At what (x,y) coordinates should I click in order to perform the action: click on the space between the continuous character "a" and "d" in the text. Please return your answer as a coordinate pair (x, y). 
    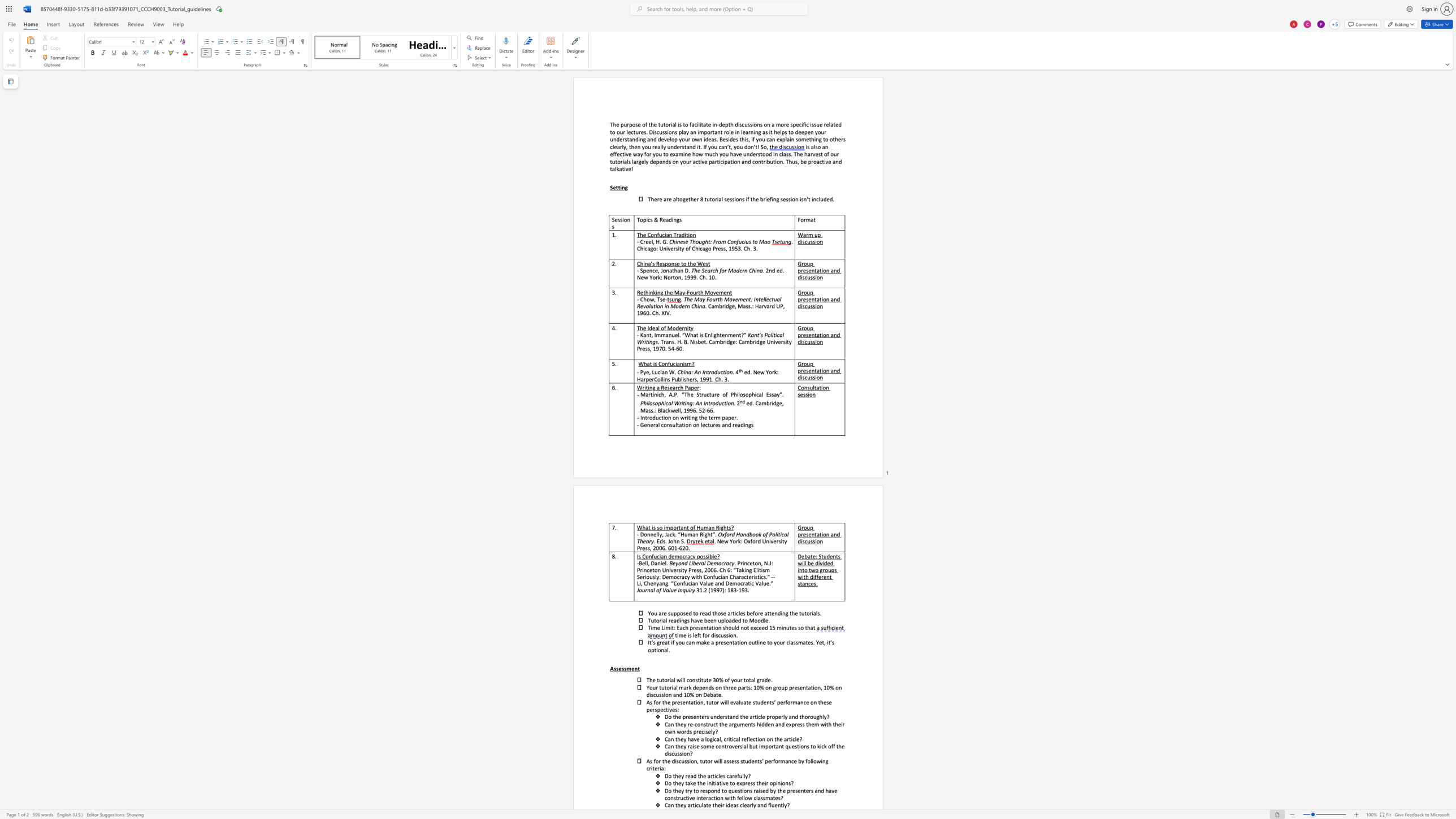
    Looking at the image, I should click on (669, 219).